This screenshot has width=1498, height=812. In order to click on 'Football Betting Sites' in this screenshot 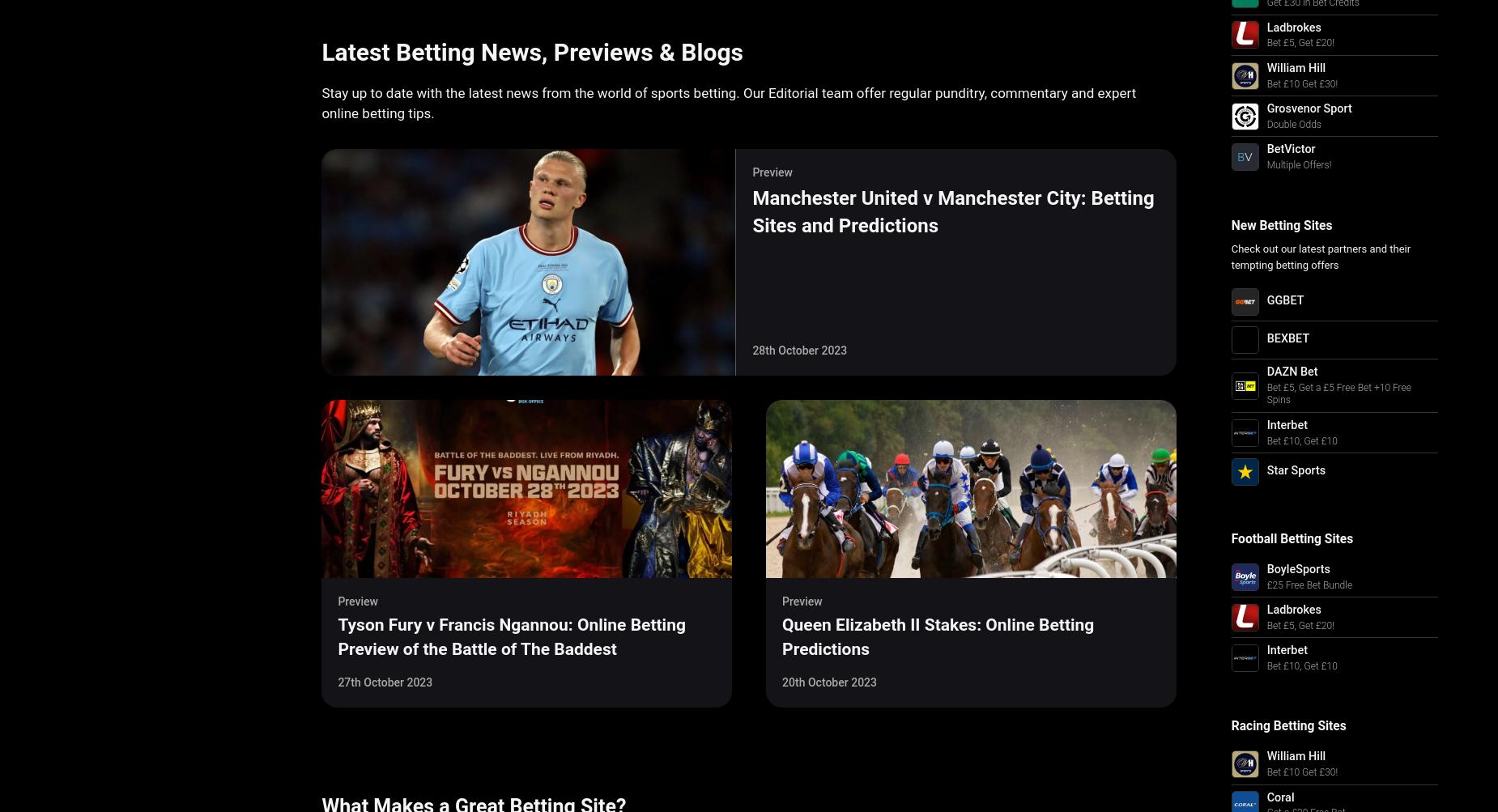, I will do `click(1292, 538)`.